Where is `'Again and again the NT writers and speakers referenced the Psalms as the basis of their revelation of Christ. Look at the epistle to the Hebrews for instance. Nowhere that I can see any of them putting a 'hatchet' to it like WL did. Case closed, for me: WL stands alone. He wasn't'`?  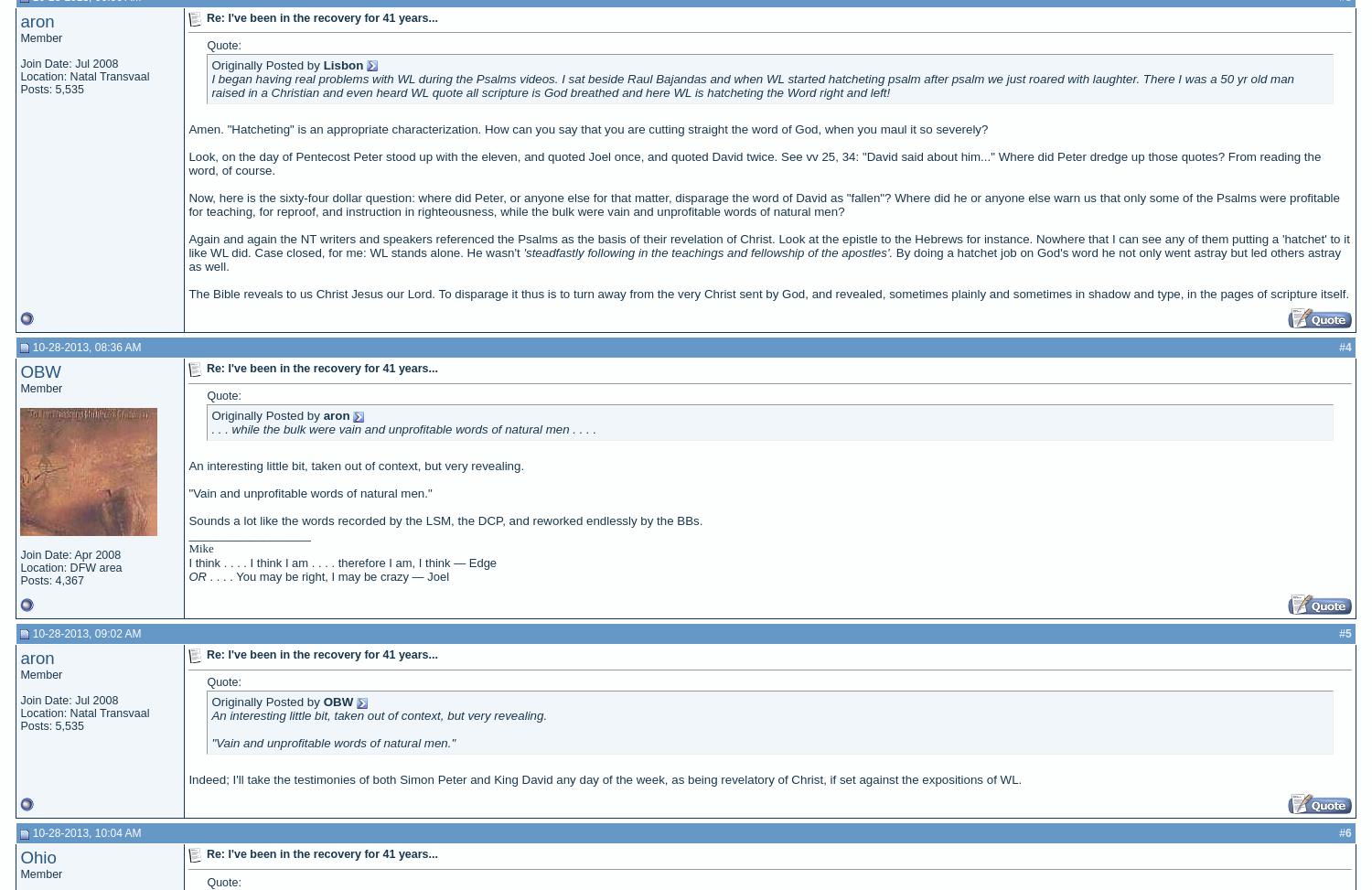
'Again and again the NT writers and speakers referenced the Psalms as the basis of their revelation of Christ. Look at the epistle to the Hebrews for instance. Nowhere that I can see any of them putting a 'hatchet' to it like WL did. Case closed, for me: WL stands alone. He wasn't' is located at coordinates (767, 243).